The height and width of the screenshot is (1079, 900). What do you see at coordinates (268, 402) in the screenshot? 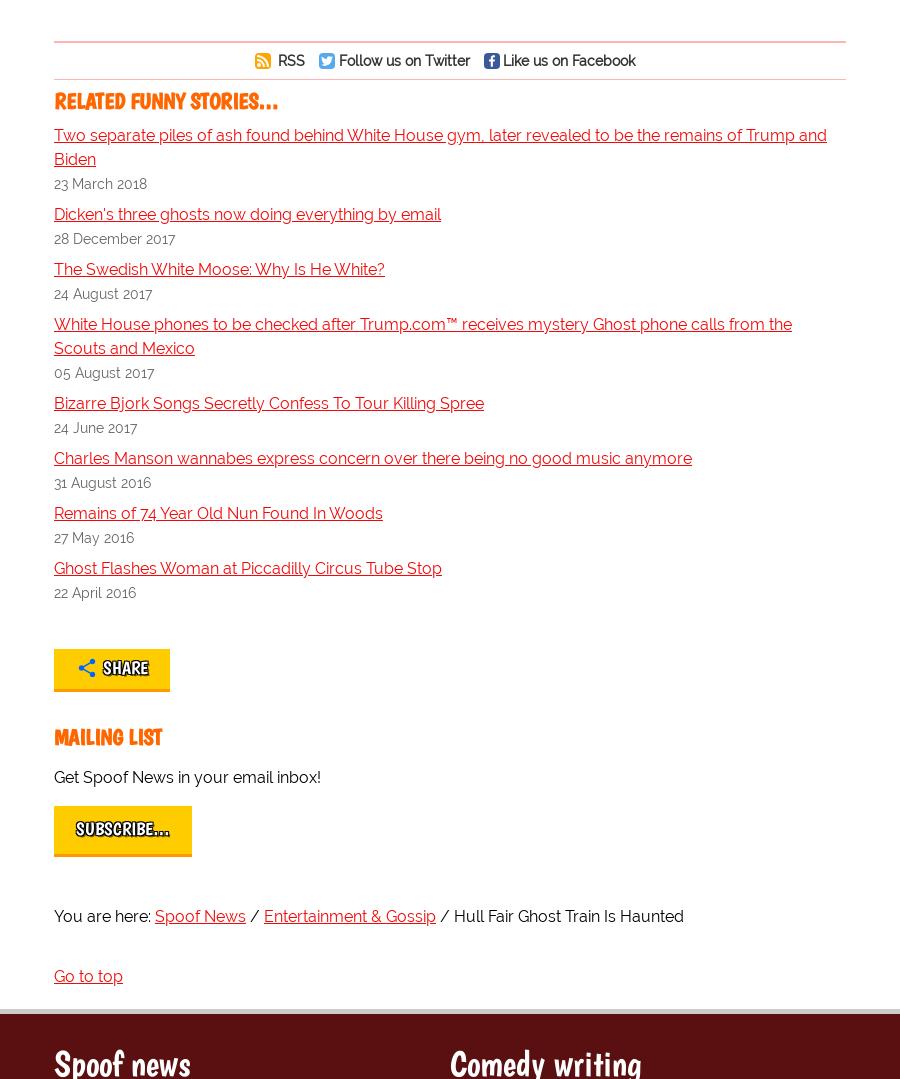
I see `'Bizarre Bjork Songs Secretly Confess To Tour Killing Spree'` at bounding box center [268, 402].